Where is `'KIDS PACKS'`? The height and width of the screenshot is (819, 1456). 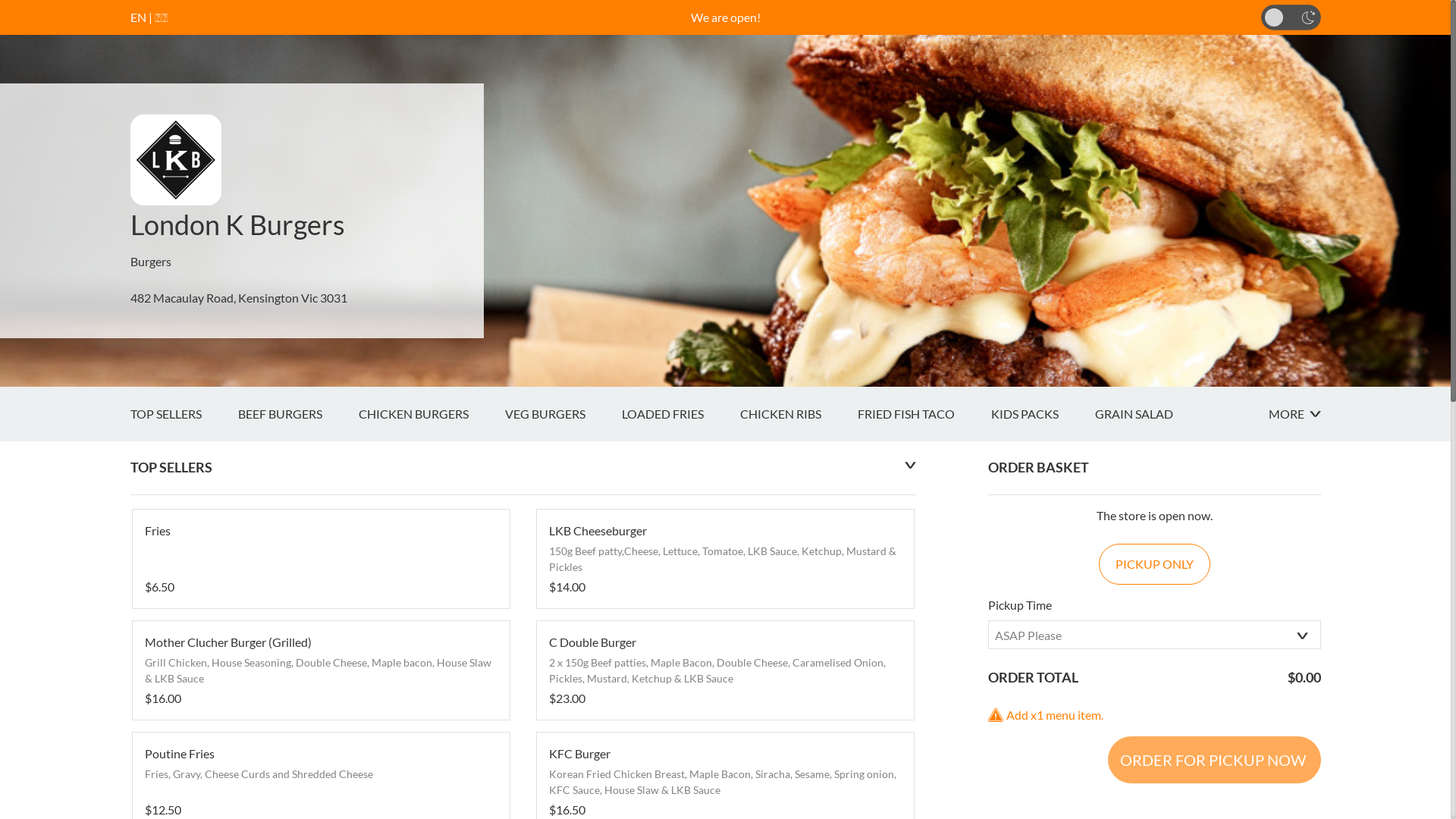
'KIDS PACKS' is located at coordinates (1041, 414).